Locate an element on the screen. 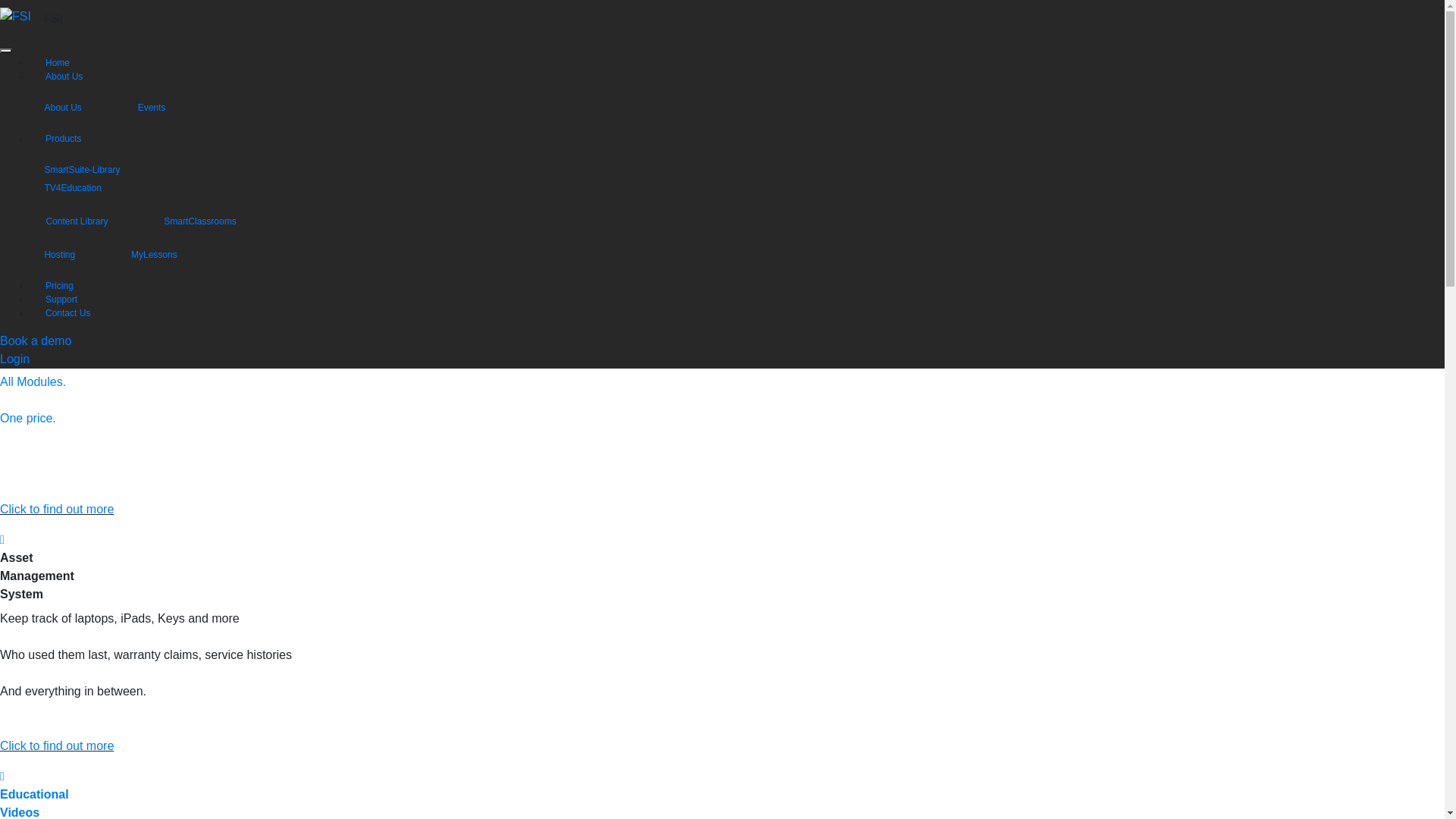 This screenshot has height=819, width=1456. 'Contact Us' is located at coordinates (67, 312).